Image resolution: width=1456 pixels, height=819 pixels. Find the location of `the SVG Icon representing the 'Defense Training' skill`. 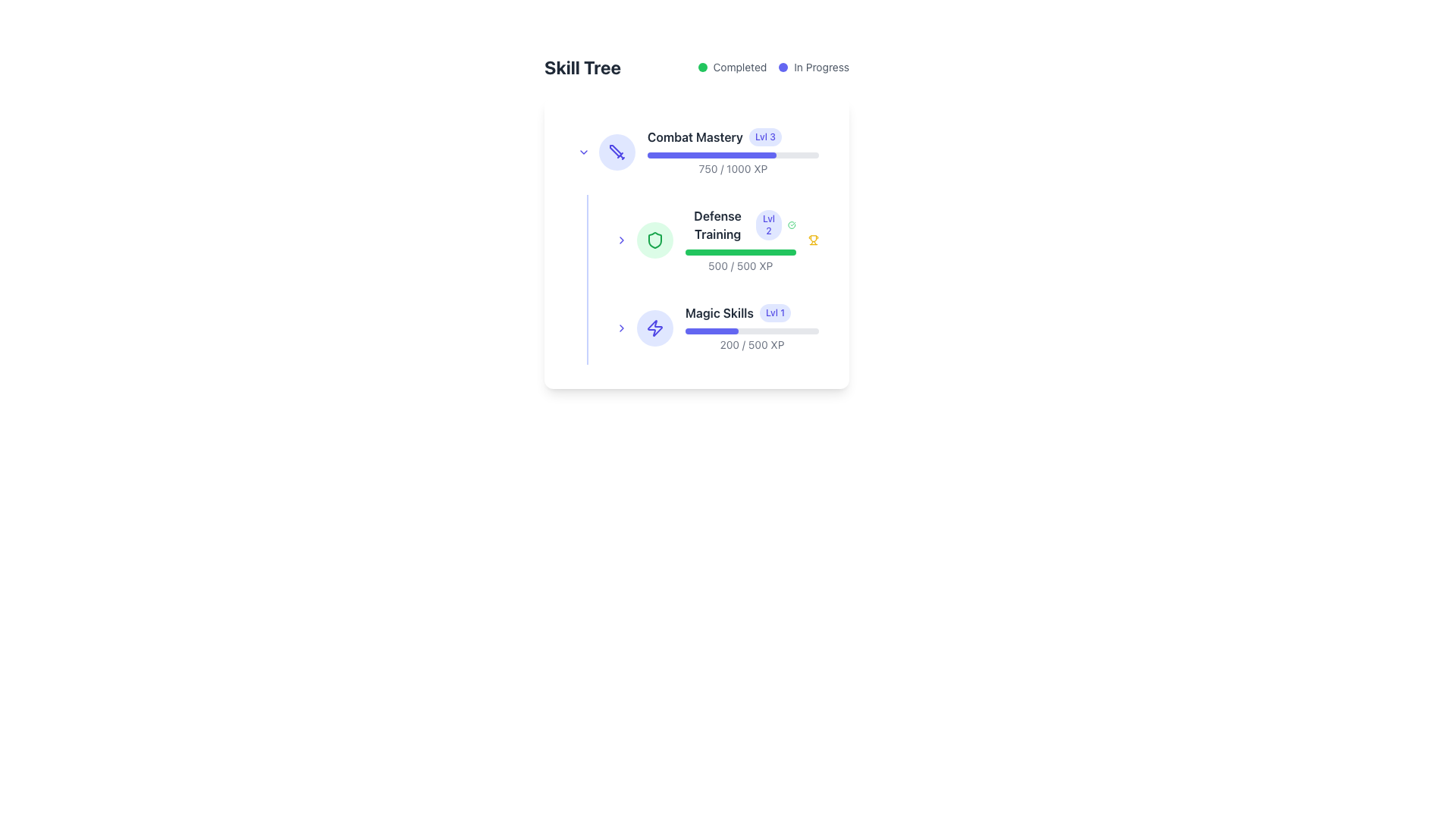

the SVG Icon representing the 'Defense Training' skill is located at coordinates (655, 239).